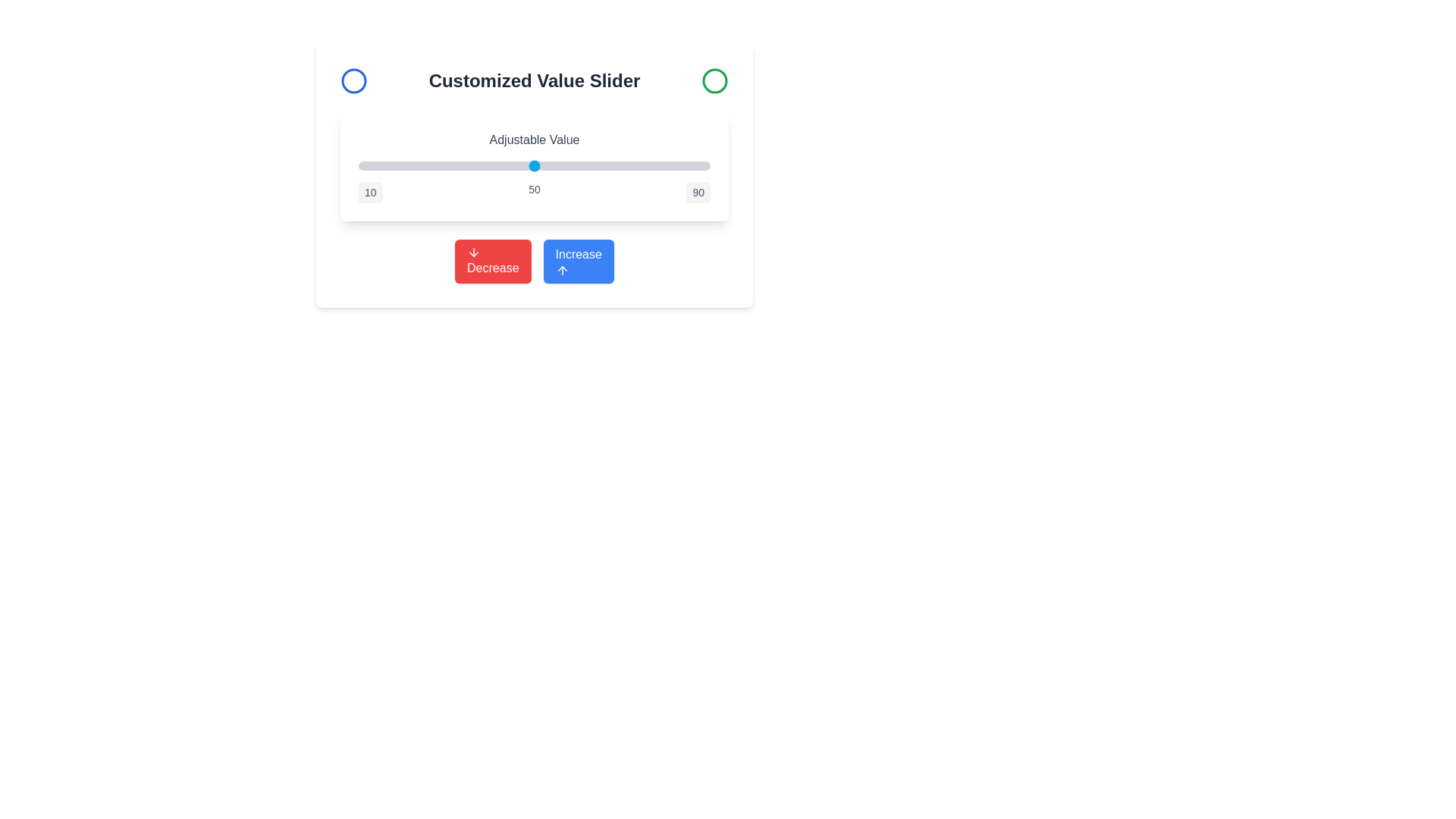  Describe the element at coordinates (370, 192) in the screenshot. I see `the label displaying the number '10', which is a small rectangular label with rounded corners and a light gray background, positioned to the left of a slider component` at that location.